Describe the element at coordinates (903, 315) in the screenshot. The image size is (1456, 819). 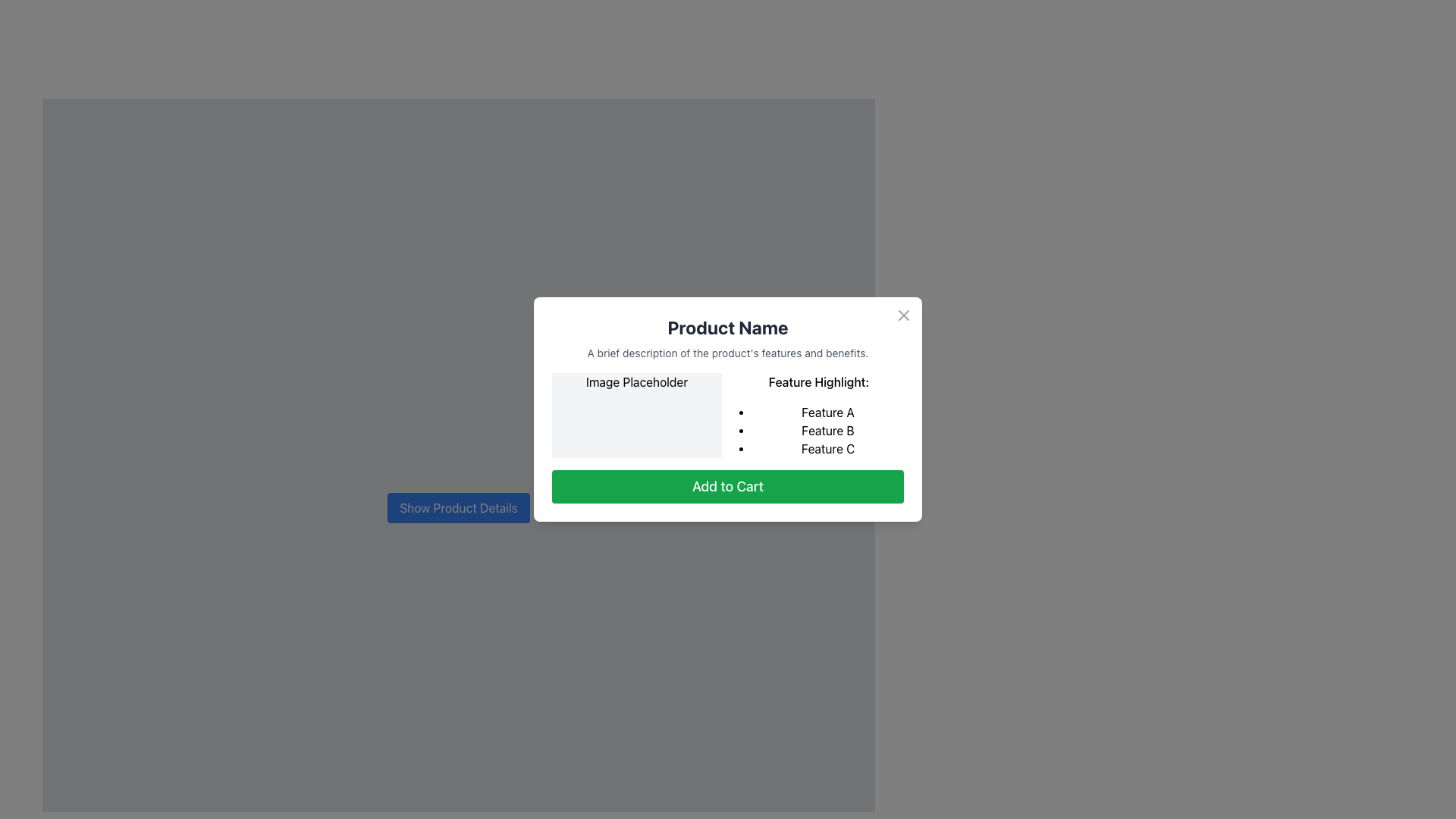
I see `the close button located at the top-right corner of the modal, which has a light gray background and a thin 'X' mark` at that location.